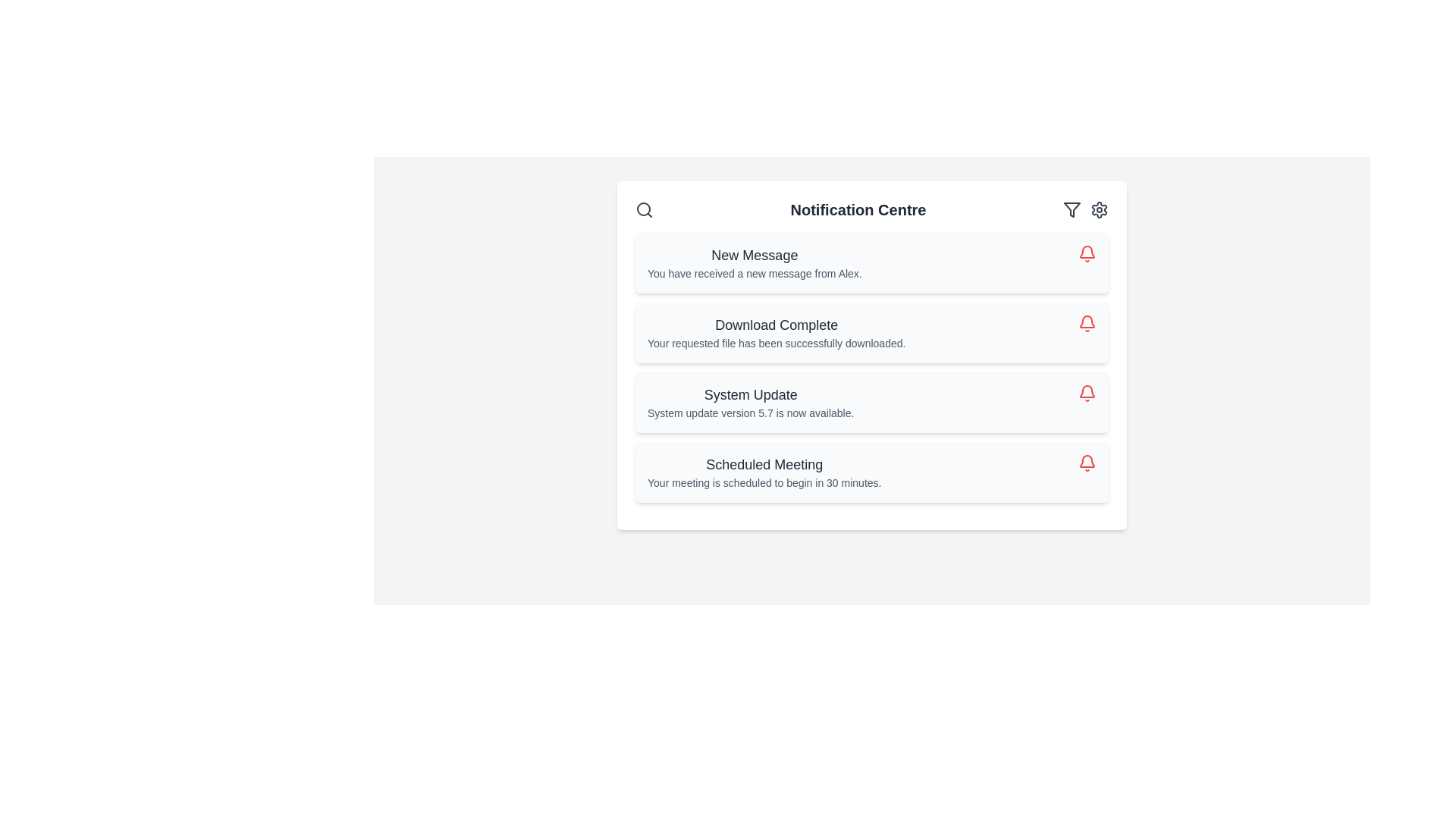 This screenshot has height=819, width=1456. What do you see at coordinates (764, 482) in the screenshot?
I see `the text block displaying the message 'Your meeting is scheduled to begin in 30 minutes.' which is located within the 'Scheduled Meeting' notification card in the Notification Centre` at bounding box center [764, 482].